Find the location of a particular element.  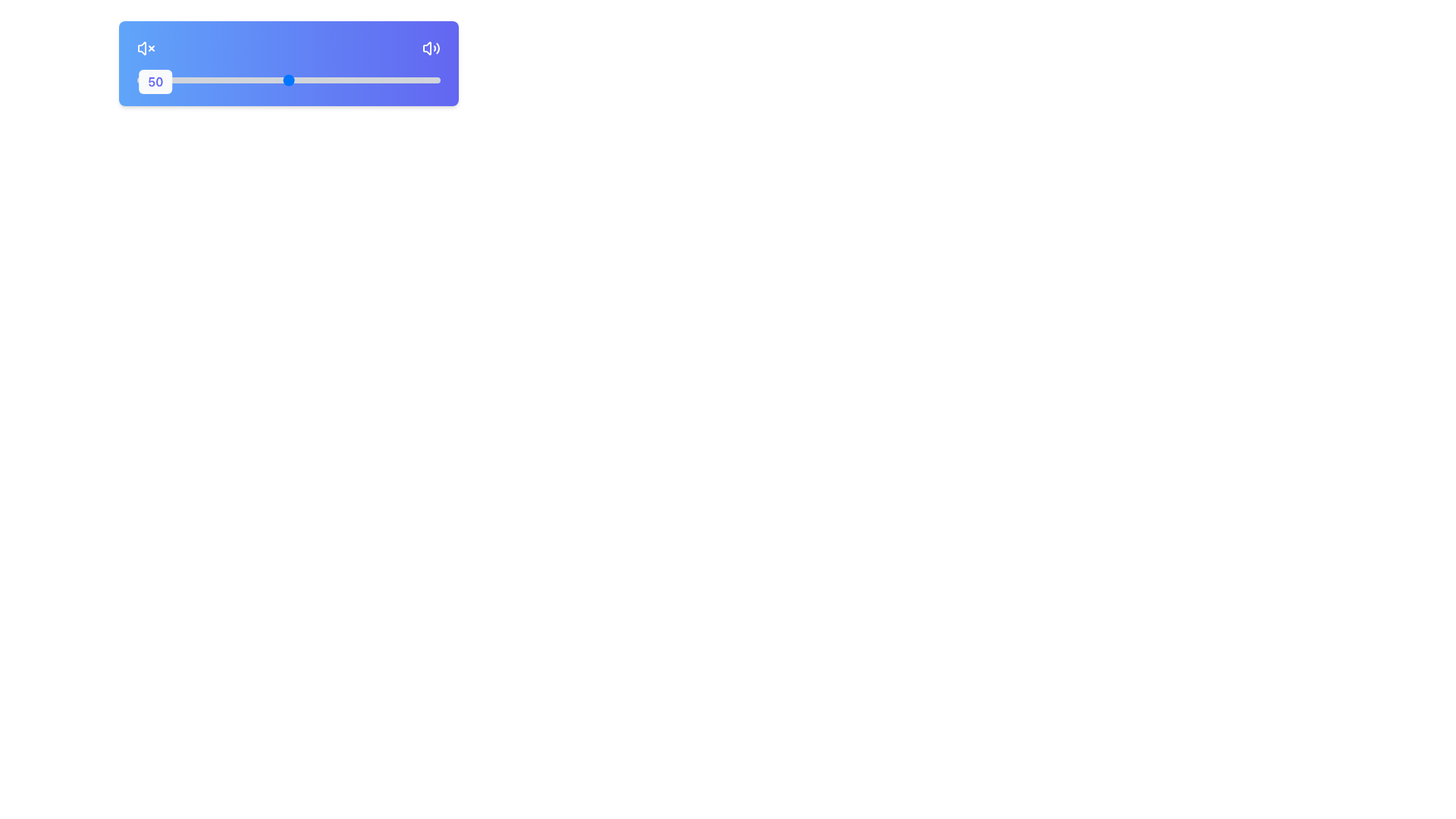

the slider is located at coordinates (407, 80).